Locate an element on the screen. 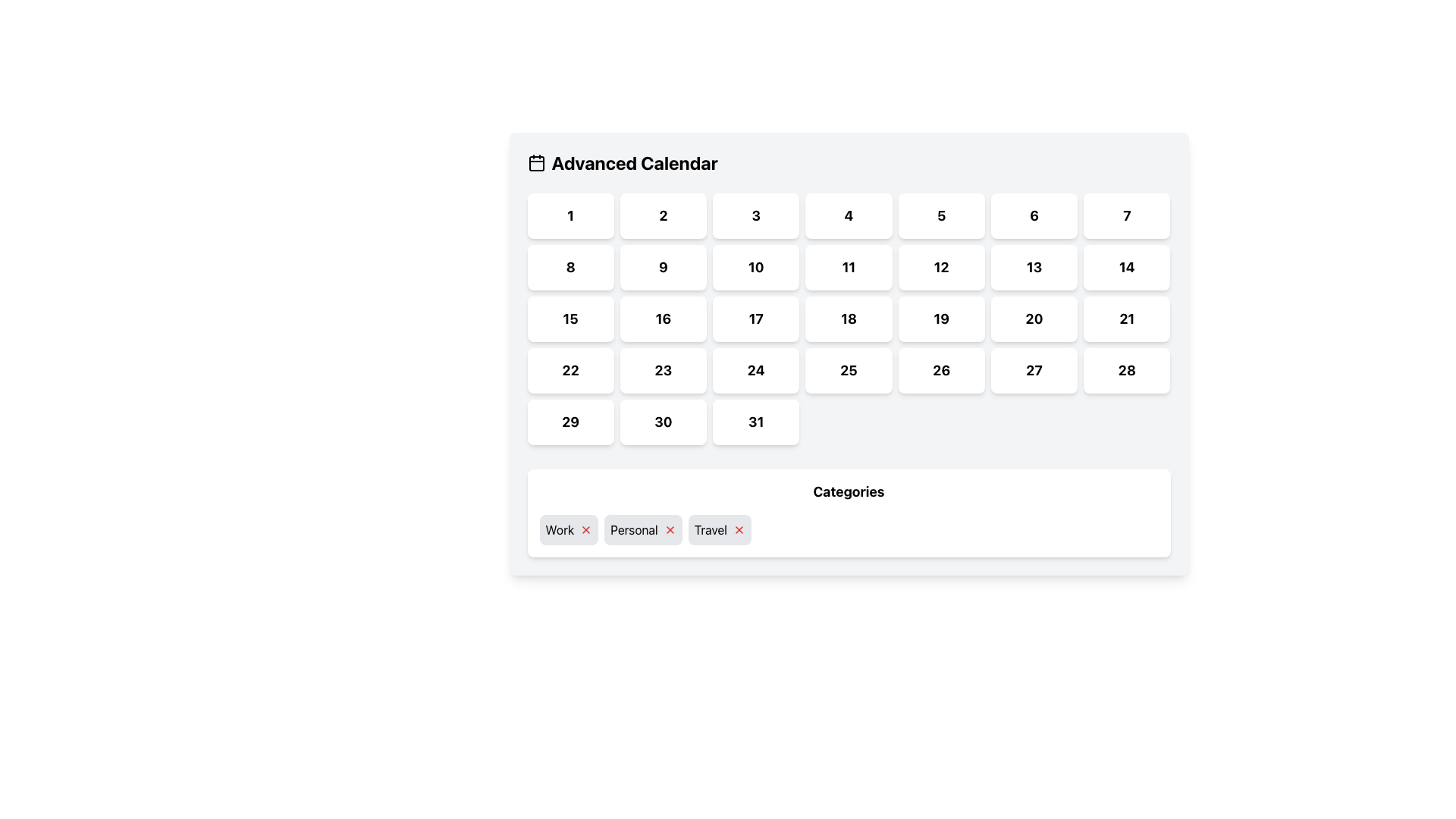 This screenshot has height=819, width=1456. the calendar icon located at the beginning of the header element containing the text 'Advanced Calendar', positioned to the left of the text for visual context is located at coordinates (536, 163).